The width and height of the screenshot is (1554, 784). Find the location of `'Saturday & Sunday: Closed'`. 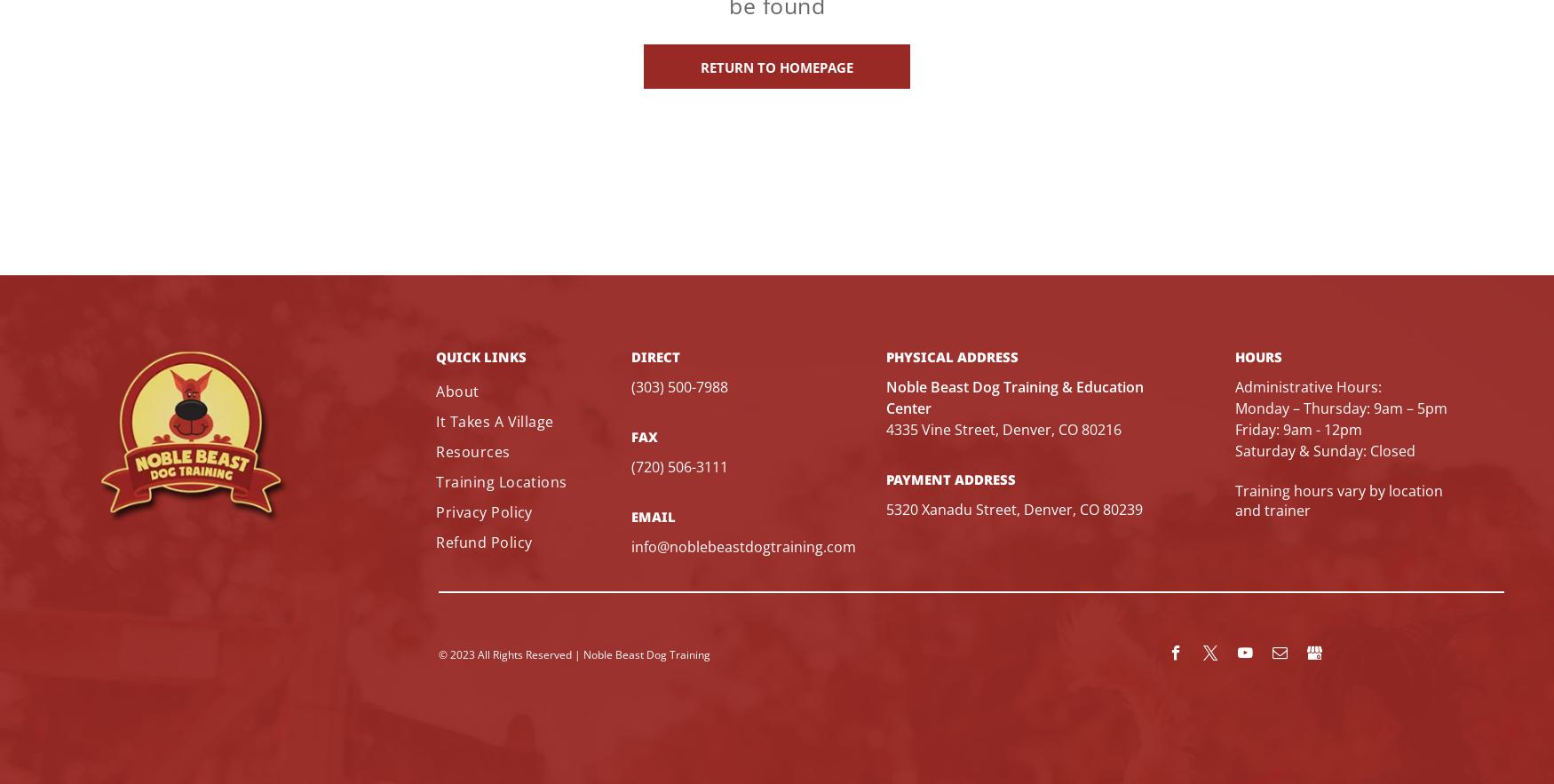

'Saturday & Sunday: Closed' is located at coordinates (1325, 450).